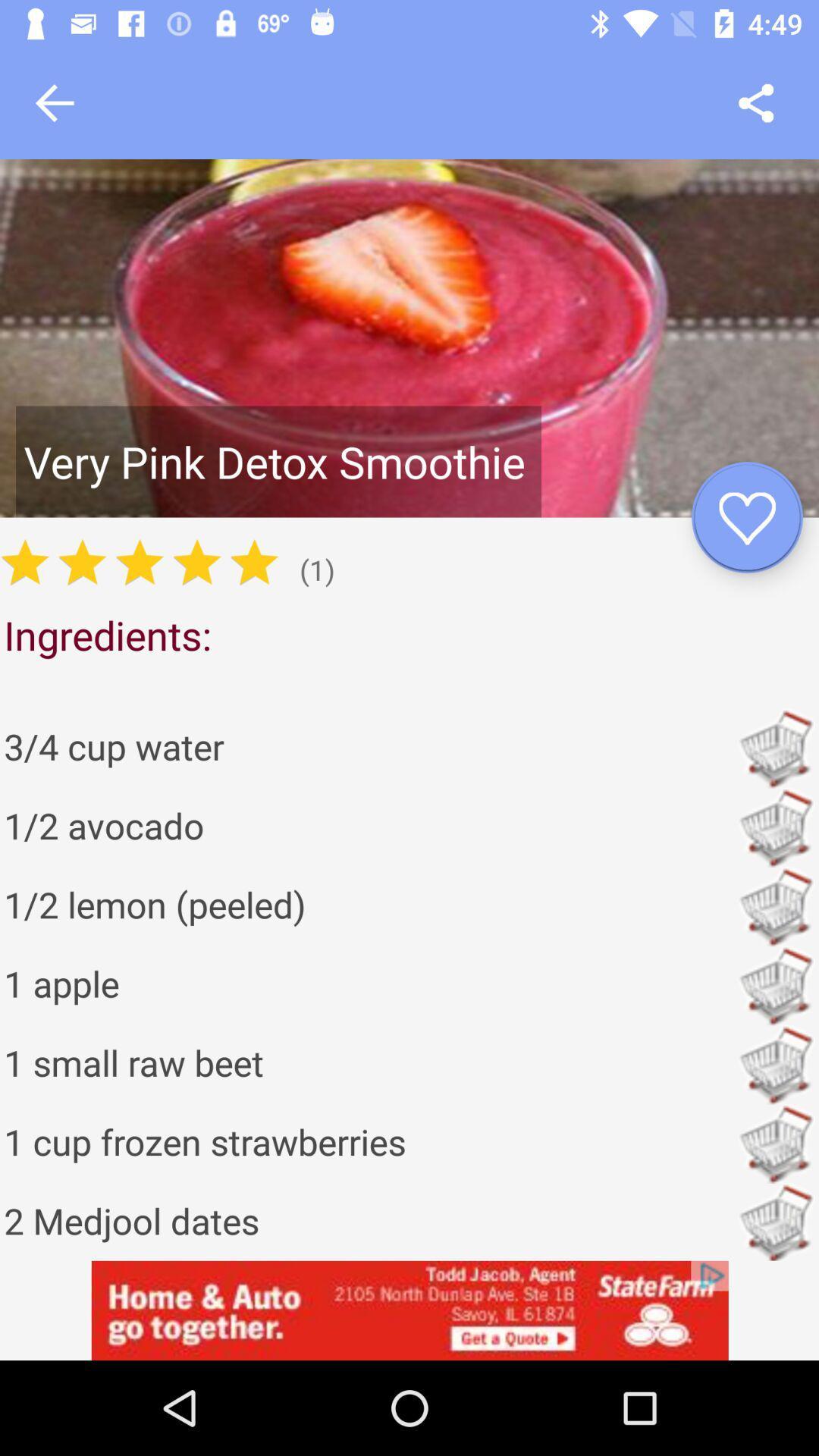 This screenshot has width=819, height=1456. What do you see at coordinates (756, 102) in the screenshot?
I see `share` at bounding box center [756, 102].